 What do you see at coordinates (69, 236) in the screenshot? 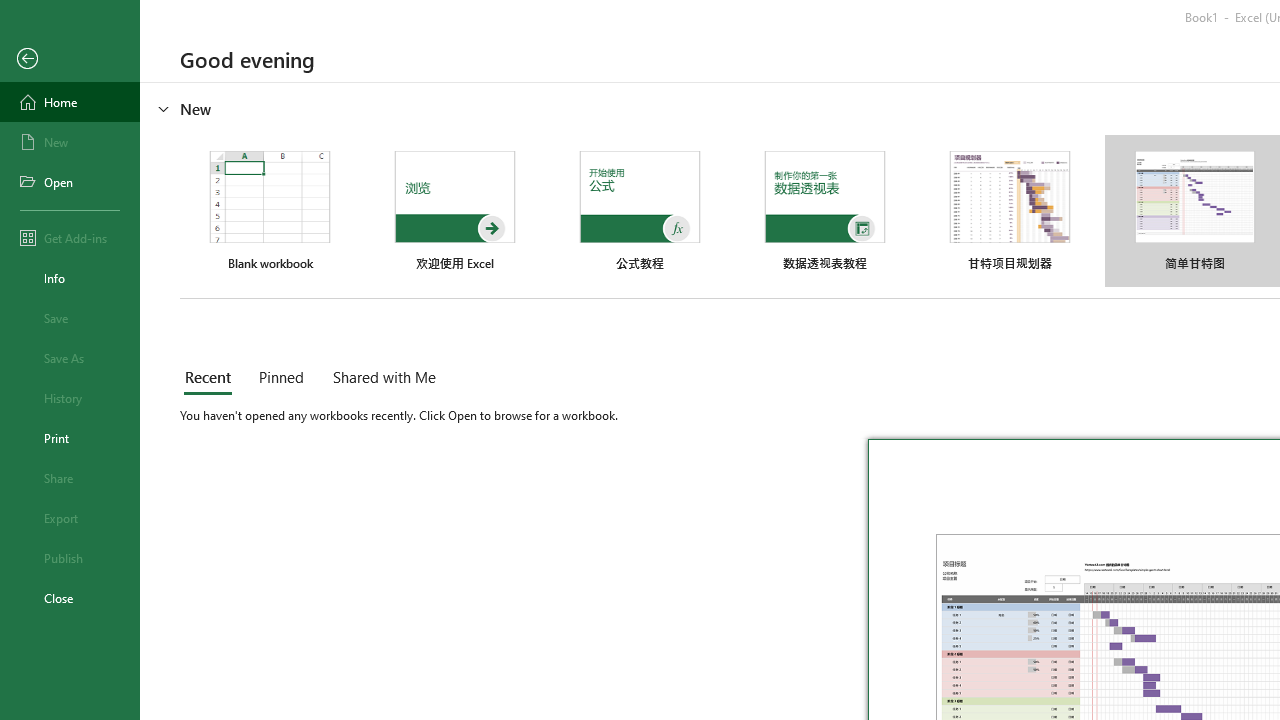
I see `'Get Add-ins'` at bounding box center [69, 236].